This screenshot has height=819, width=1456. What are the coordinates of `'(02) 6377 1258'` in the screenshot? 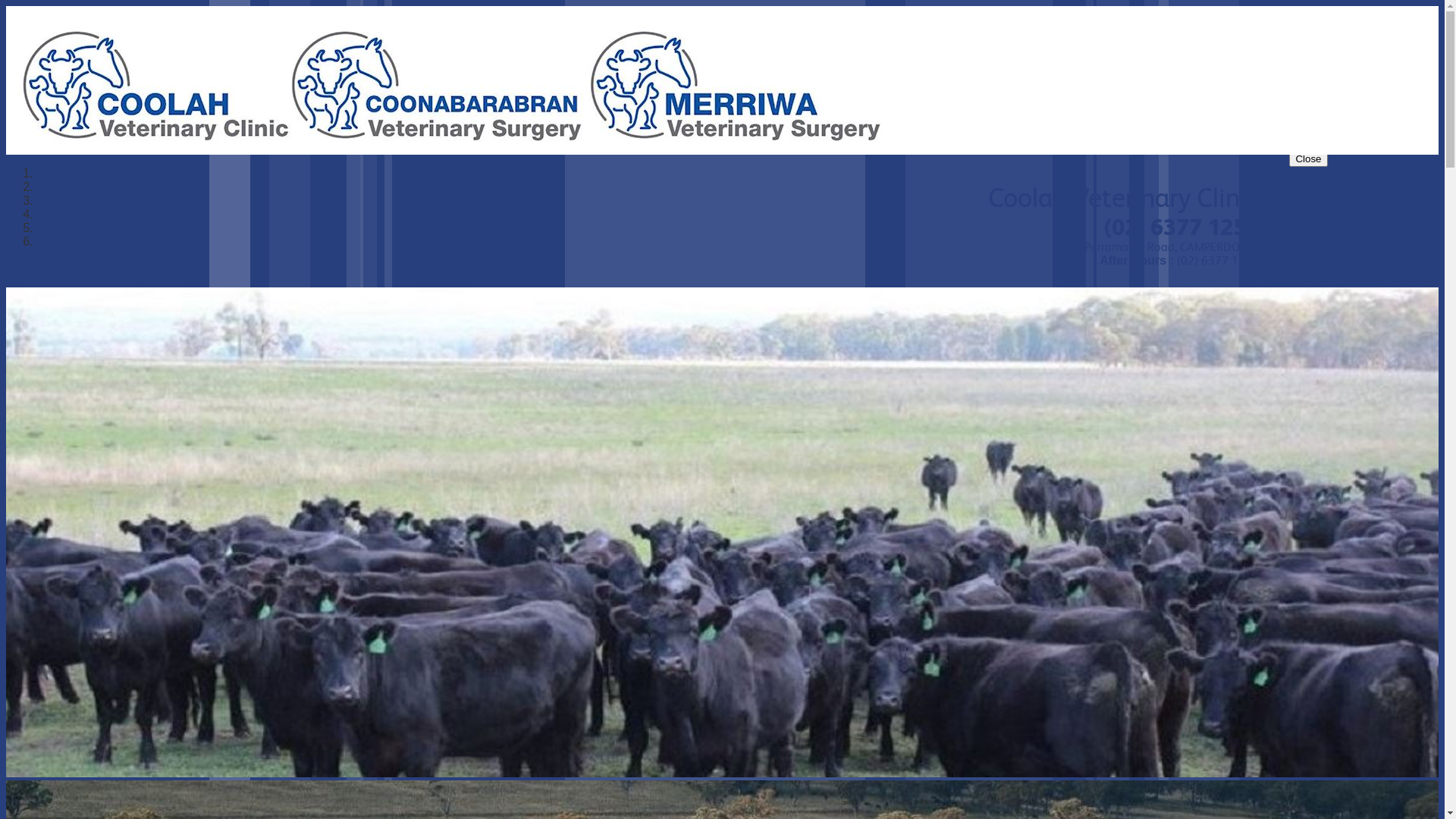 It's located at (1103, 227).